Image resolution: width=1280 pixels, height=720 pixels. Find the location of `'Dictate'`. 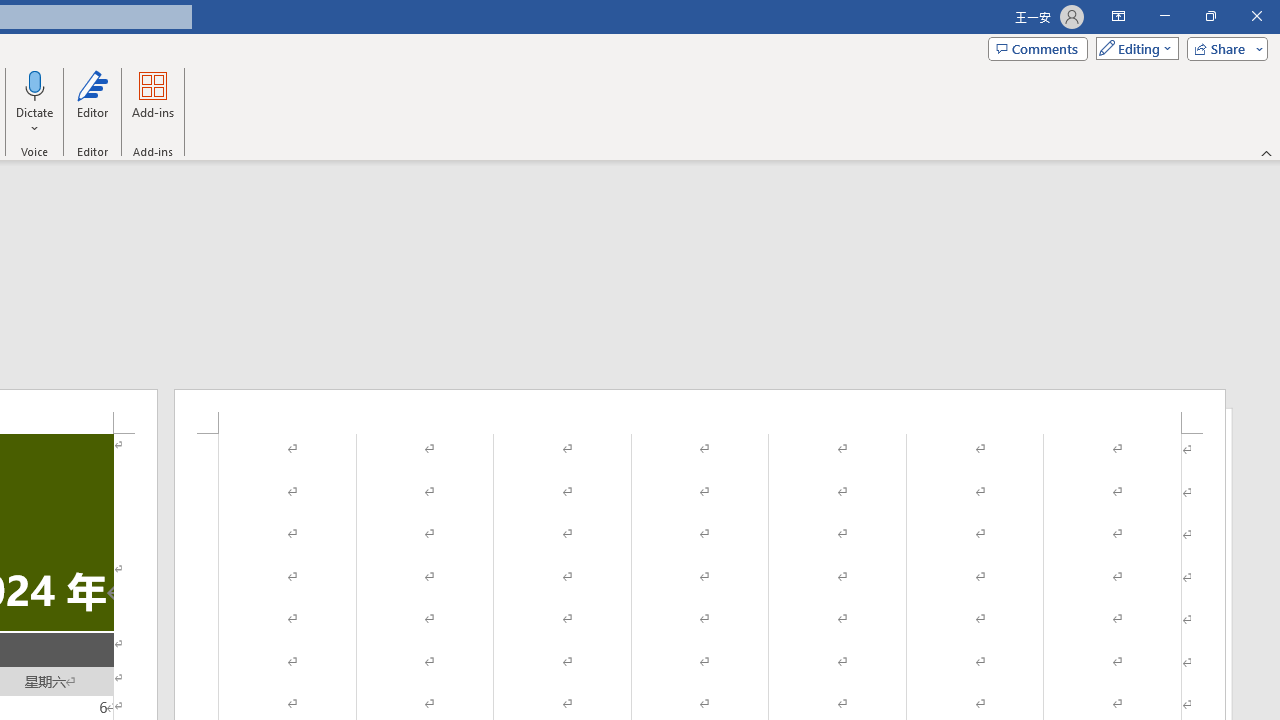

'Dictate' is located at coordinates (35, 103).